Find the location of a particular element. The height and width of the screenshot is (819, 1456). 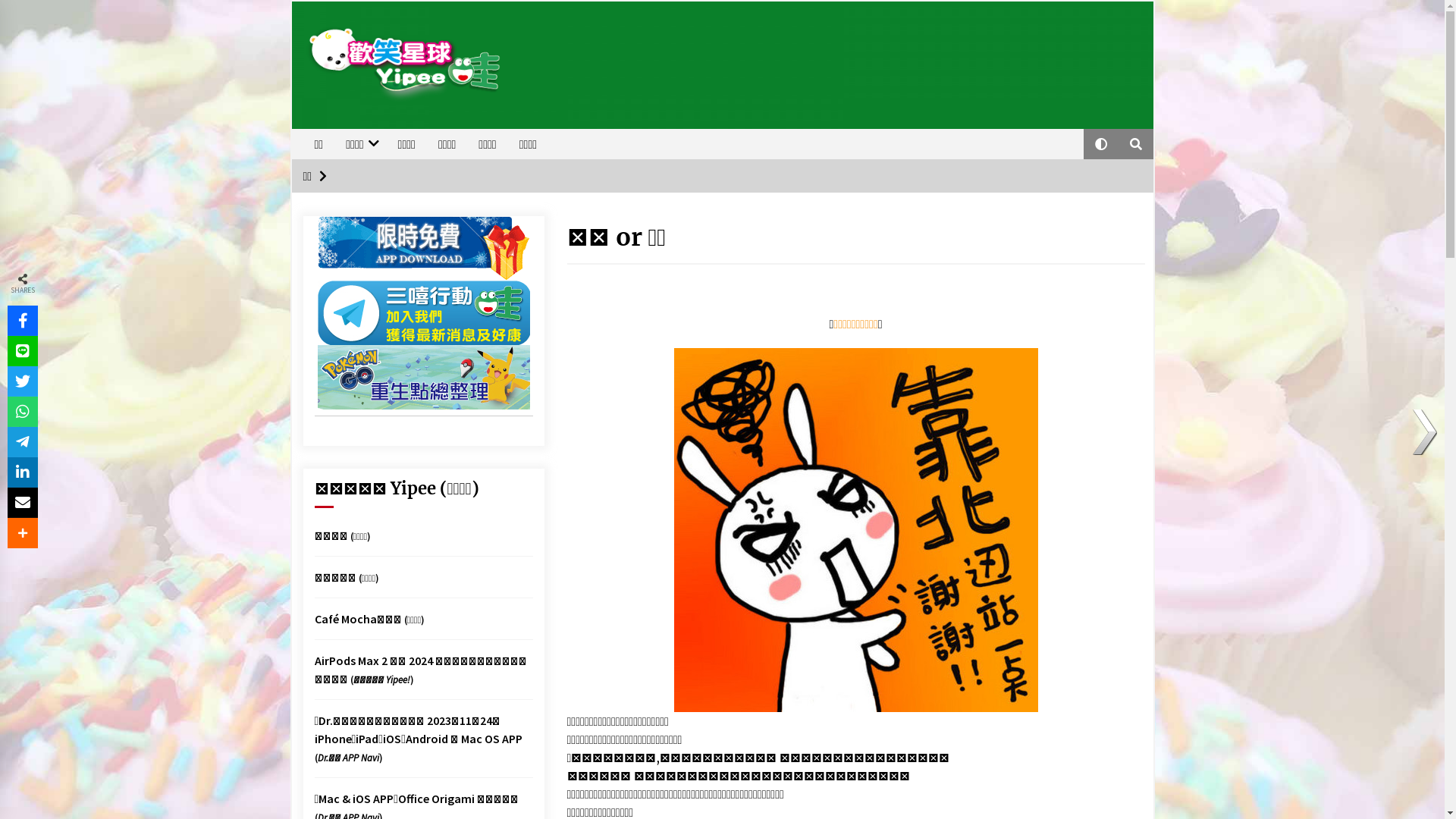

'Share this on Facebook' is located at coordinates (22, 320).